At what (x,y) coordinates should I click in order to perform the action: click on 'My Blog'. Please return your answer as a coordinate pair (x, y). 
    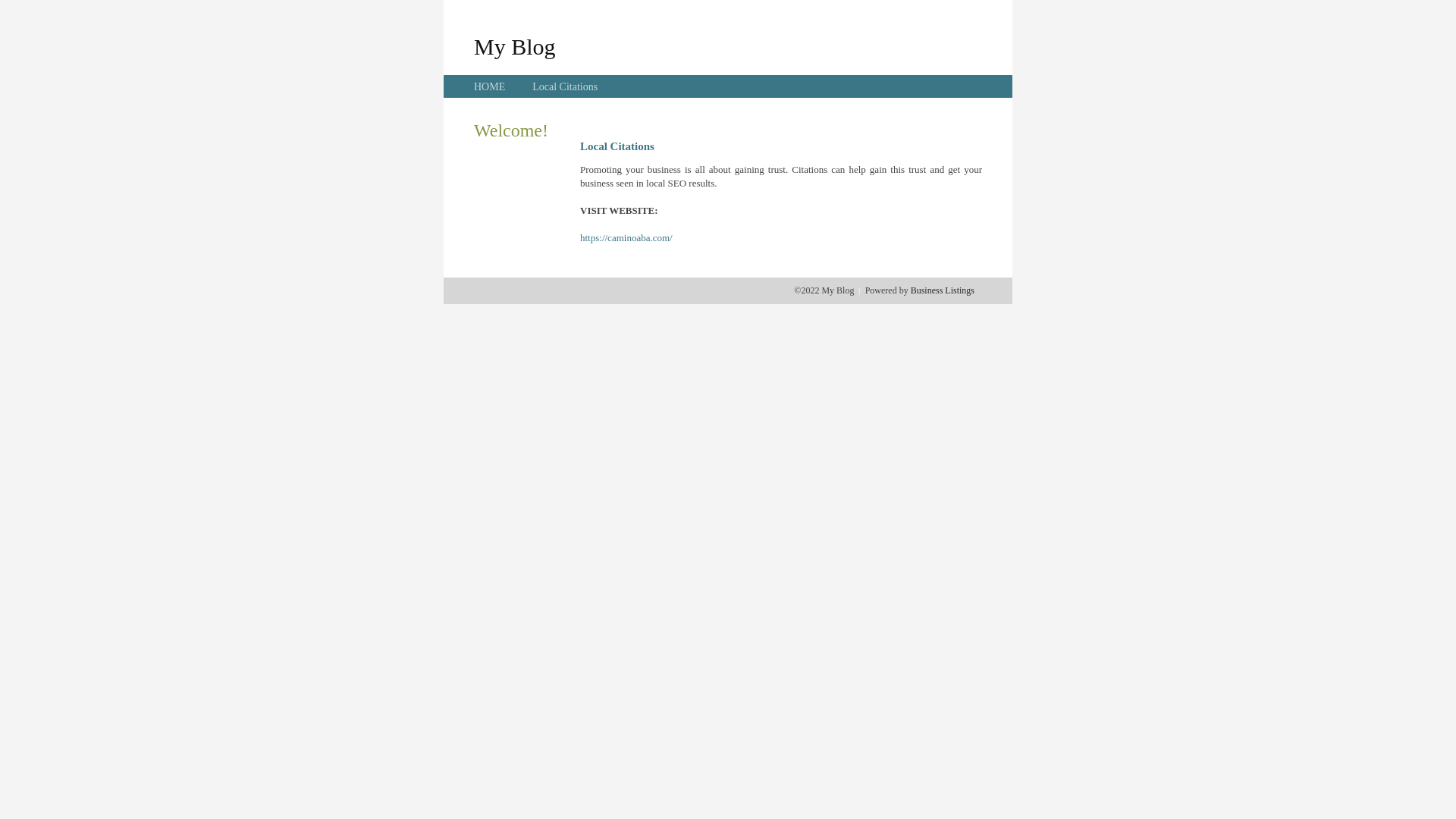
    Looking at the image, I should click on (514, 45).